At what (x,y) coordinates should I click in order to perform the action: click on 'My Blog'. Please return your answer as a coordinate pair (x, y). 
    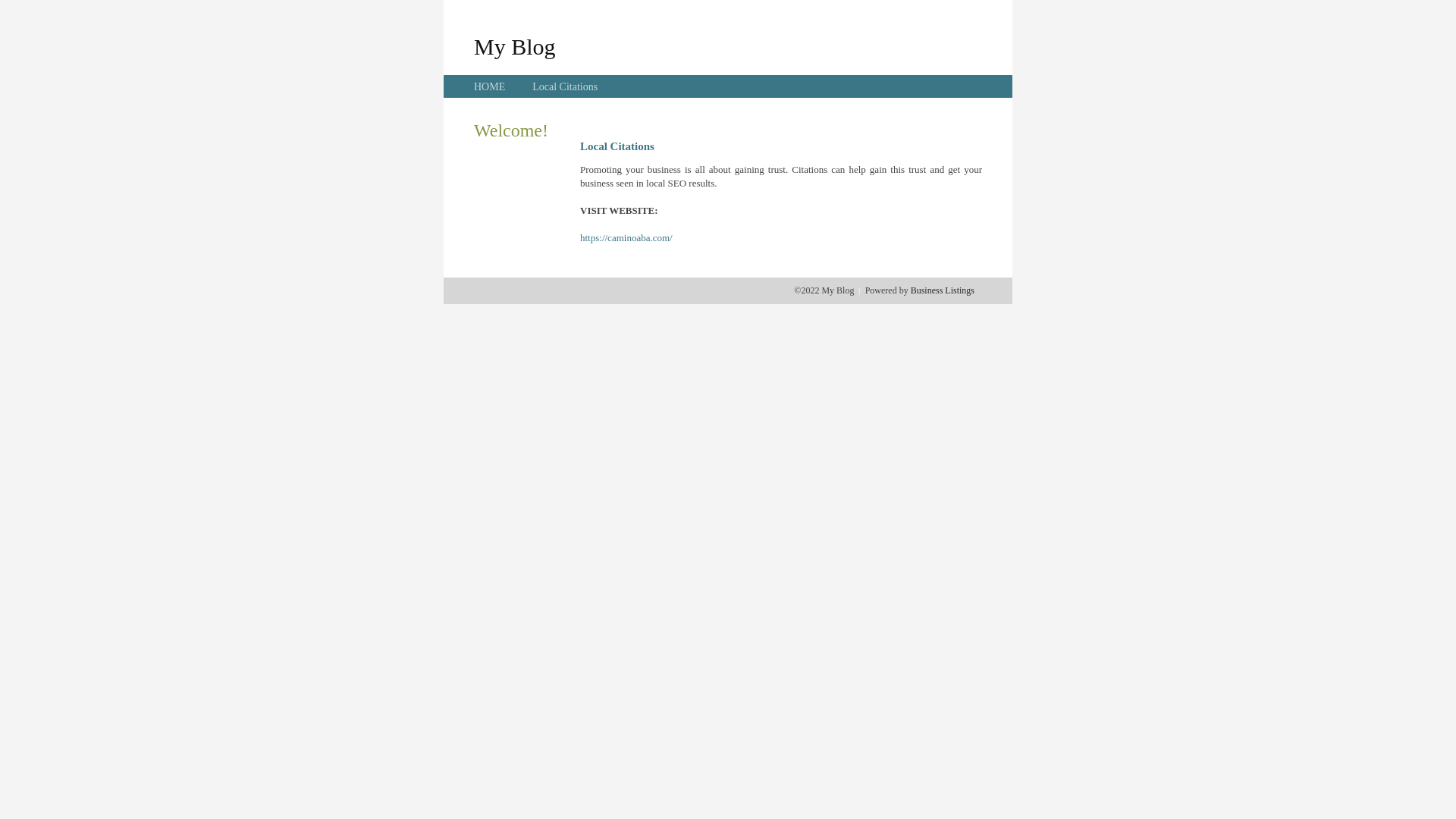
    Looking at the image, I should click on (514, 45).